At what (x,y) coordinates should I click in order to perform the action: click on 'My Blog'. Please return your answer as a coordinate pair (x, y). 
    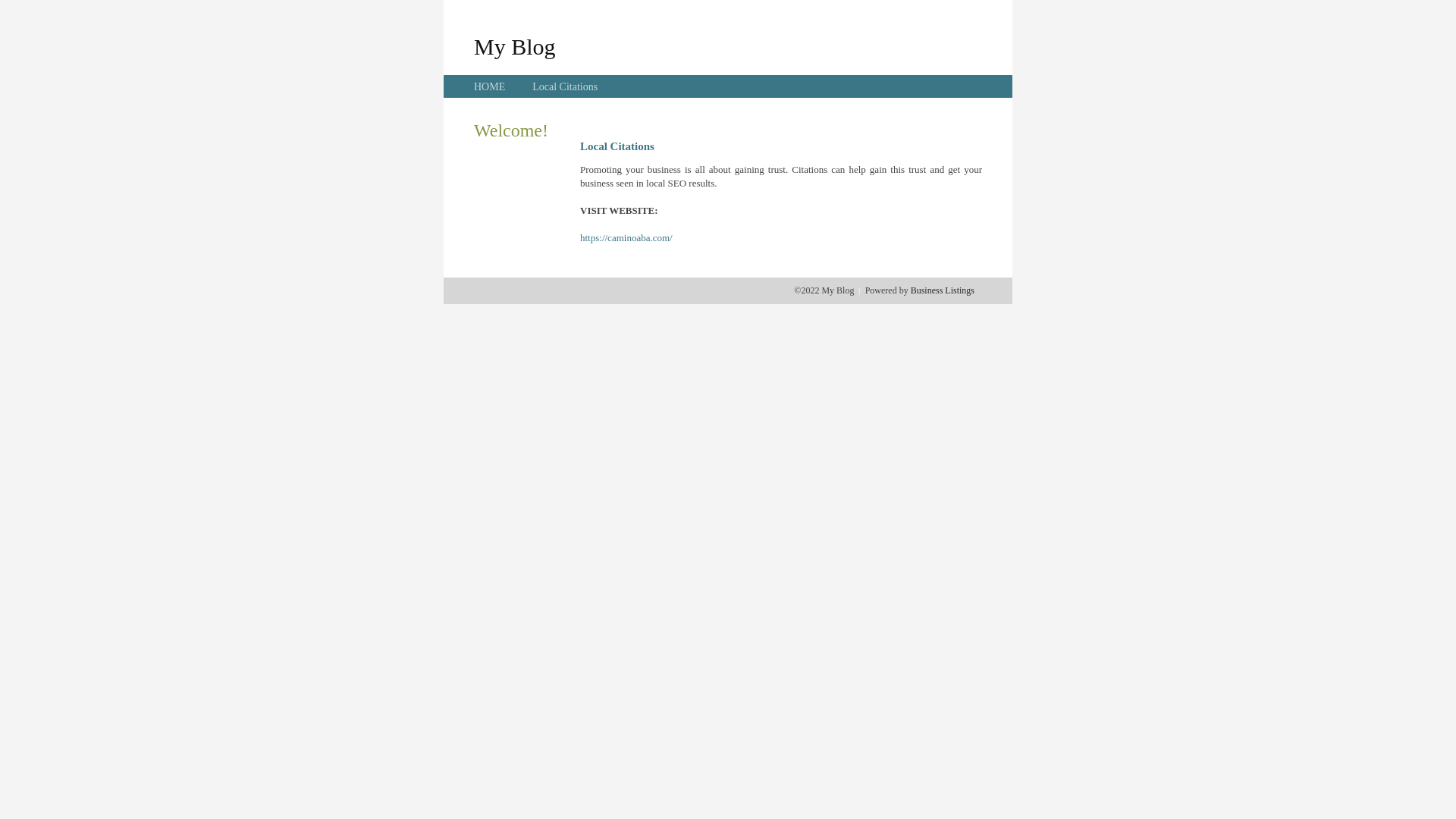
    Looking at the image, I should click on (514, 45).